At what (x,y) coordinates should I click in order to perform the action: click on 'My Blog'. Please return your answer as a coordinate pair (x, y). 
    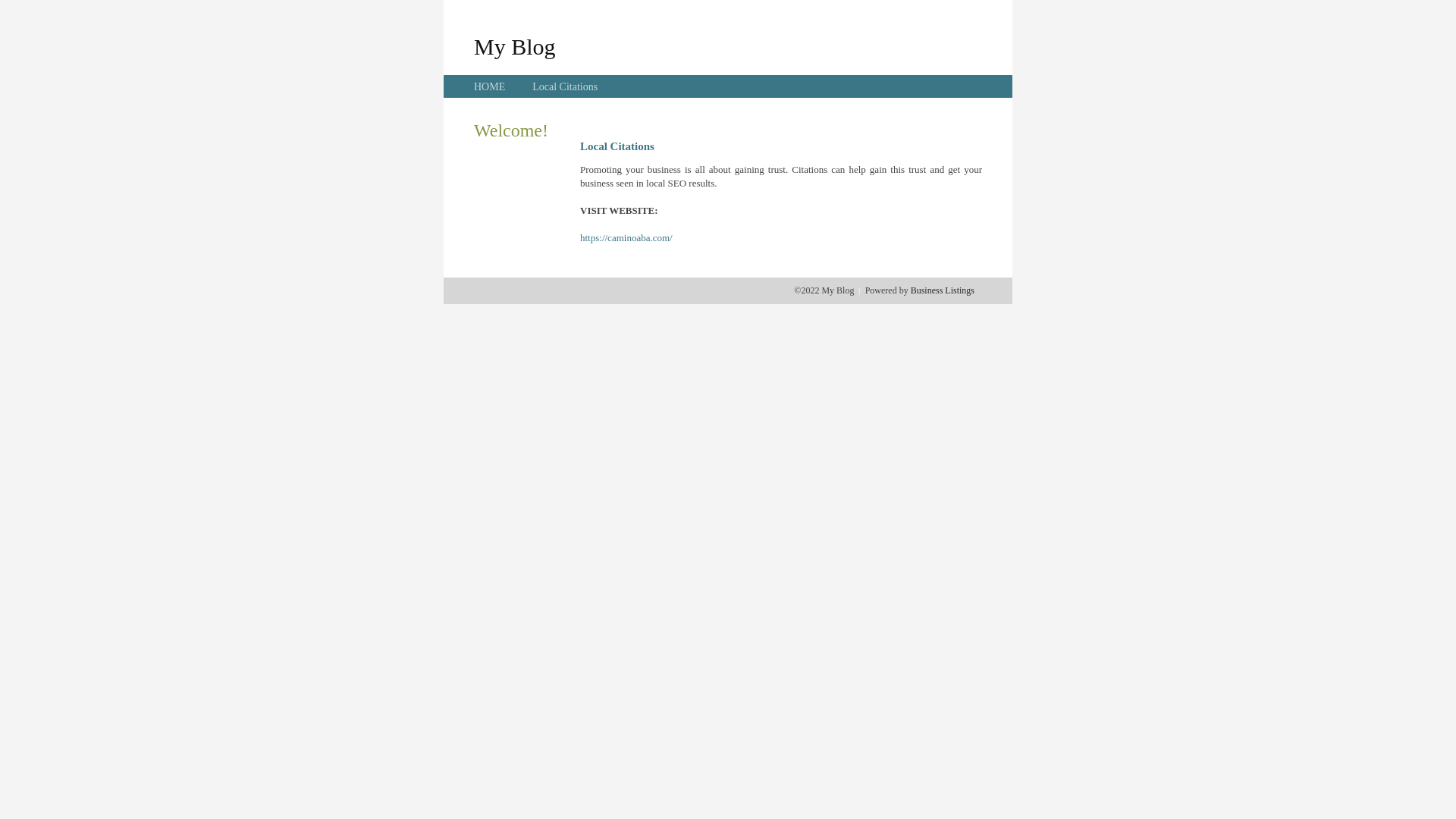
    Looking at the image, I should click on (514, 45).